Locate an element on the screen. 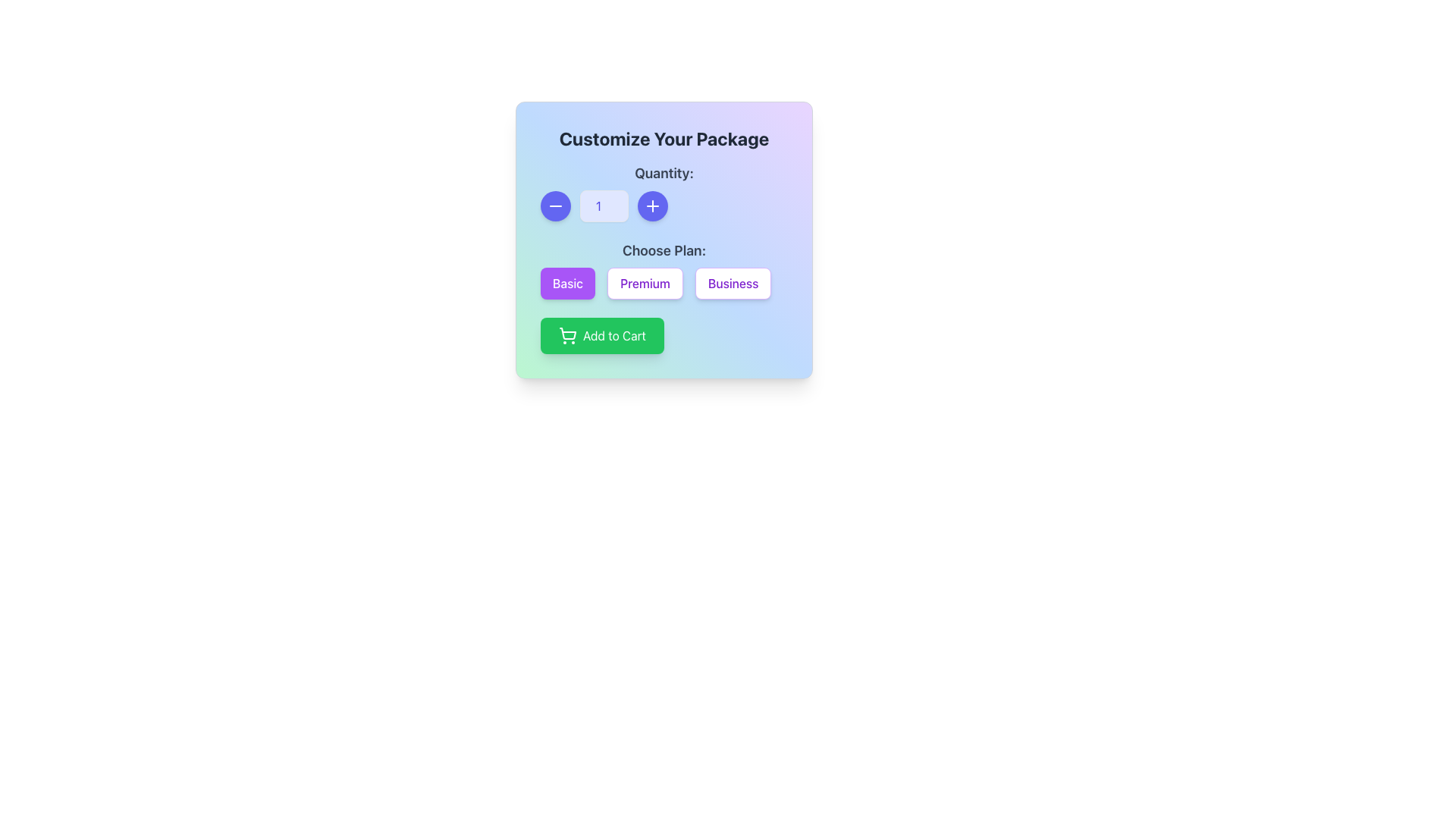 The height and width of the screenshot is (819, 1456). the decrement button located to the left of the numeric input field under the label 'Quantity:' to decrease the number displayed is located at coordinates (555, 206).